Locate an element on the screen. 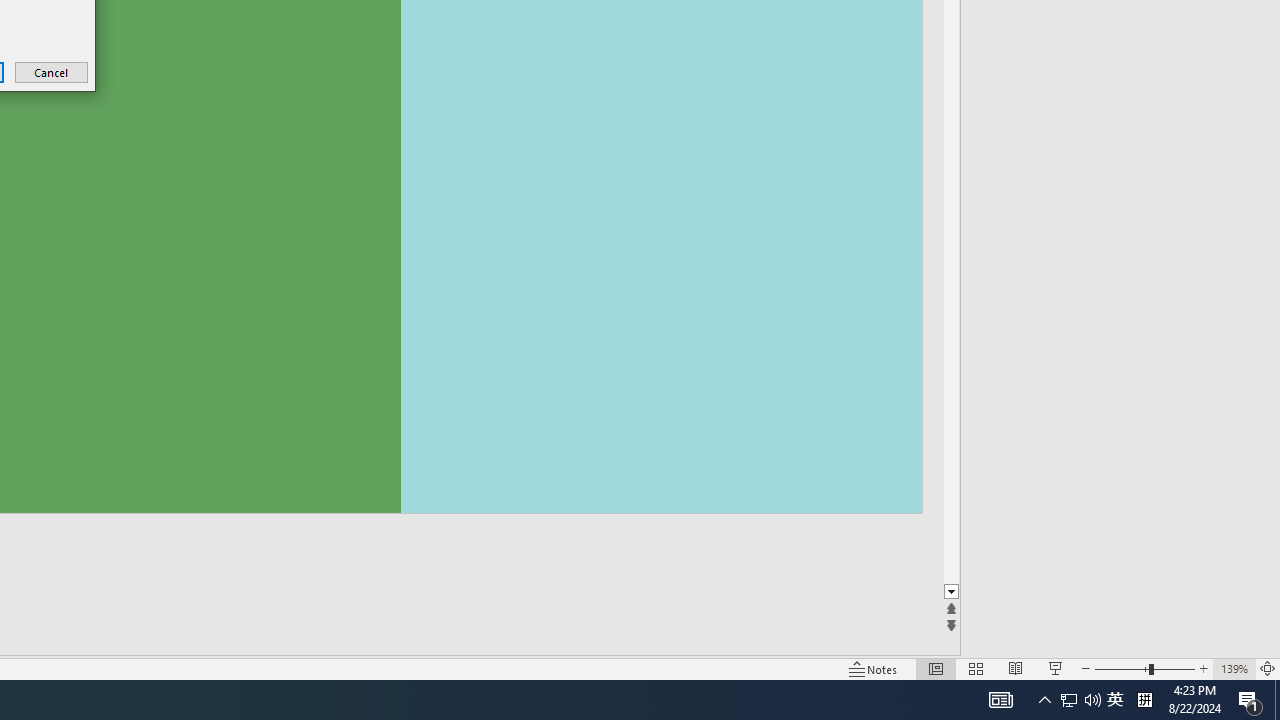  'Notification Chevron' is located at coordinates (1015, 669).